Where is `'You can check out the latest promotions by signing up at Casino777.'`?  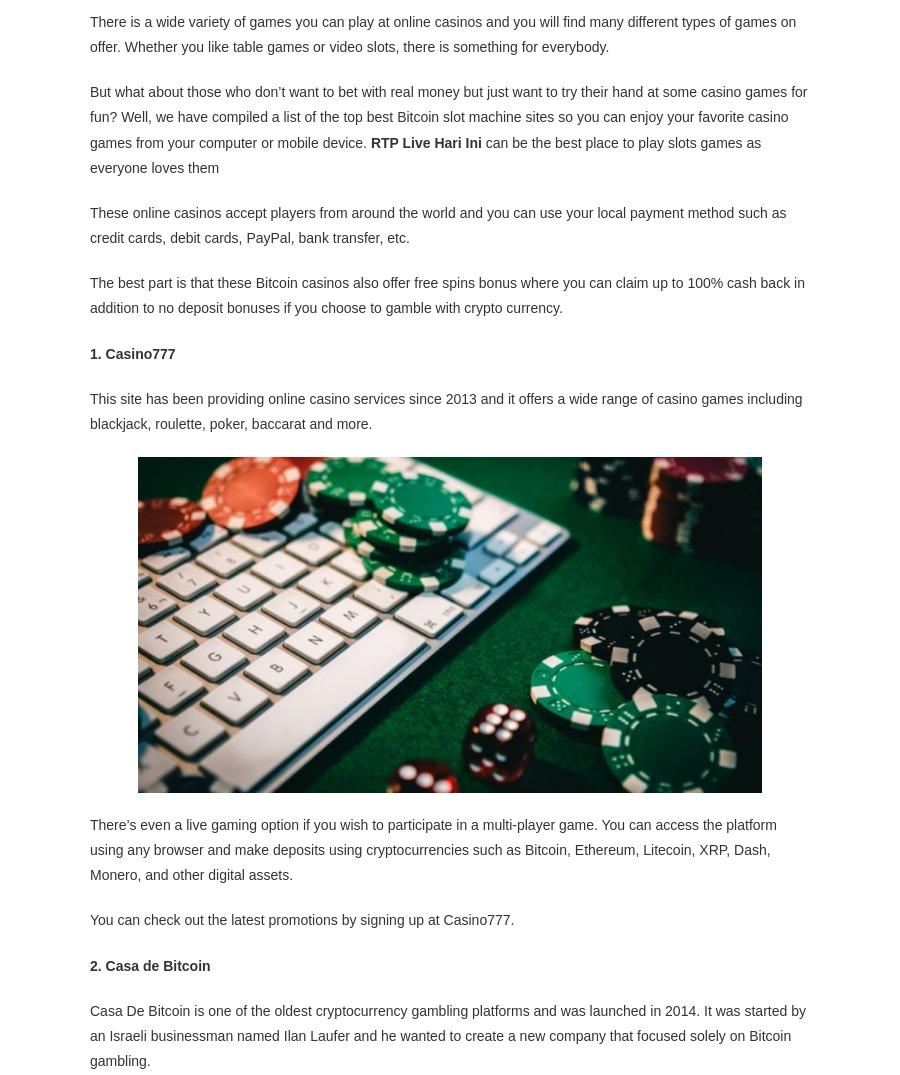 'You can check out the latest promotions by signing up at Casino777.' is located at coordinates (301, 918).